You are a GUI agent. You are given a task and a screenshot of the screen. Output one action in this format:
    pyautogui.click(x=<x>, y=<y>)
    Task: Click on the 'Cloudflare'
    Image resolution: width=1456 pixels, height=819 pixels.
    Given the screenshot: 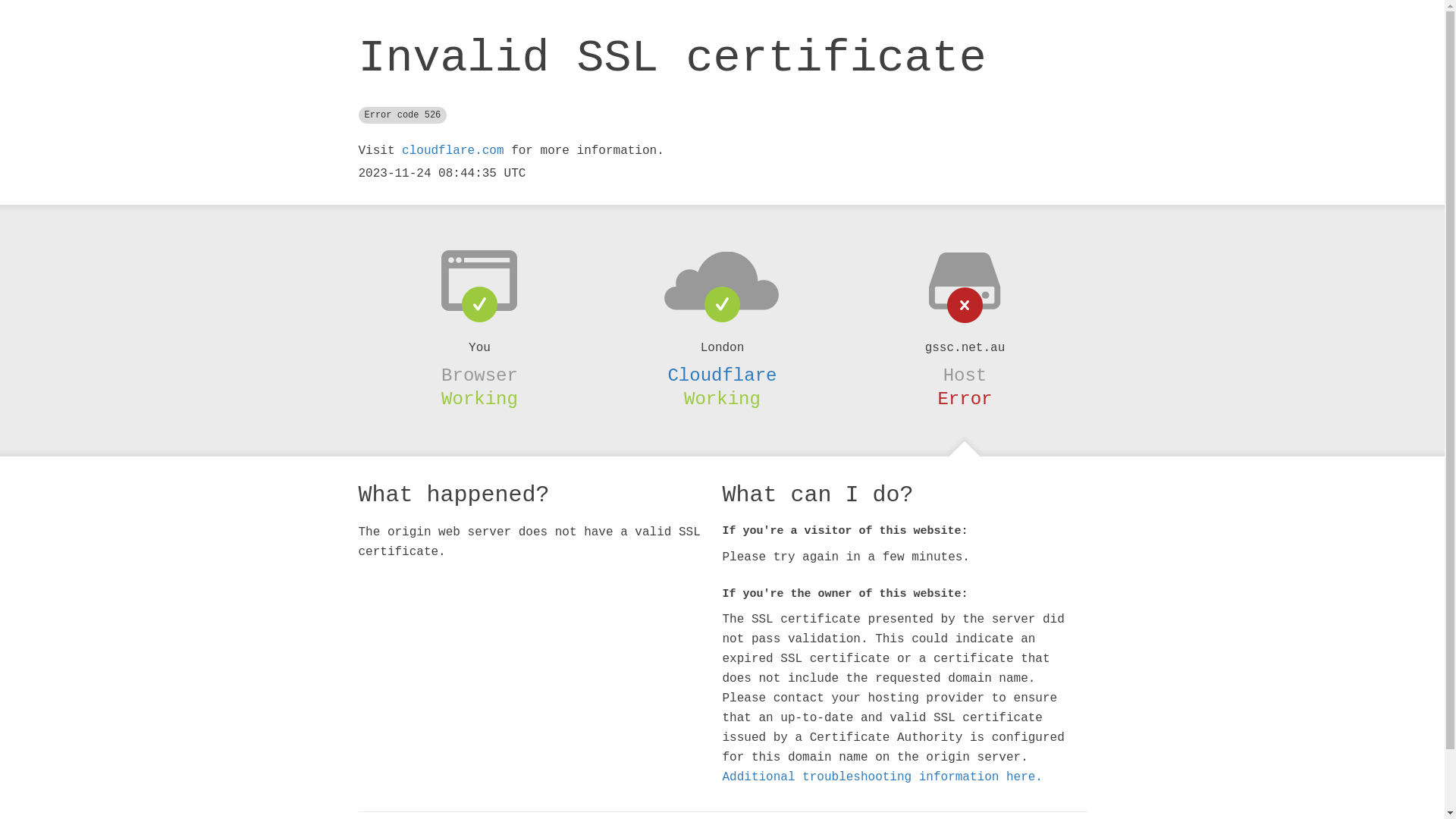 What is the action you would take?
    pyautogui.click(x=720, y=375)
    